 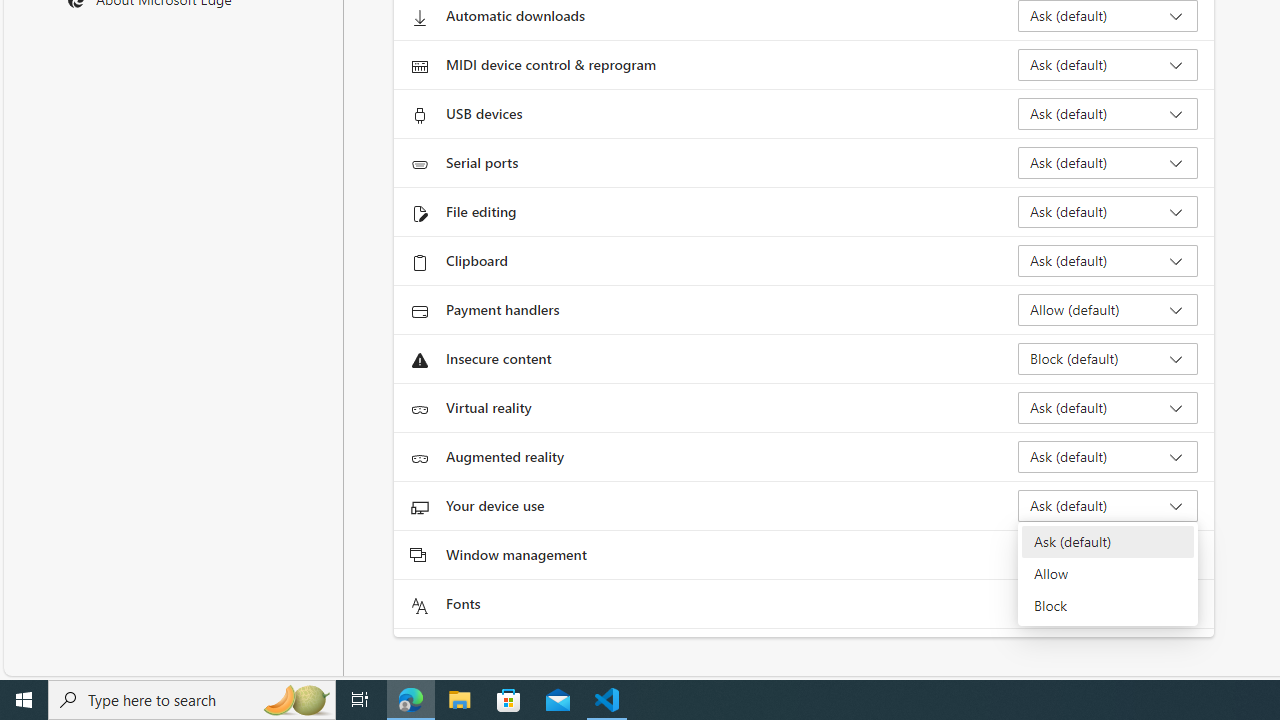 I want to click on 'Allow', so click(x=1106, y=573).